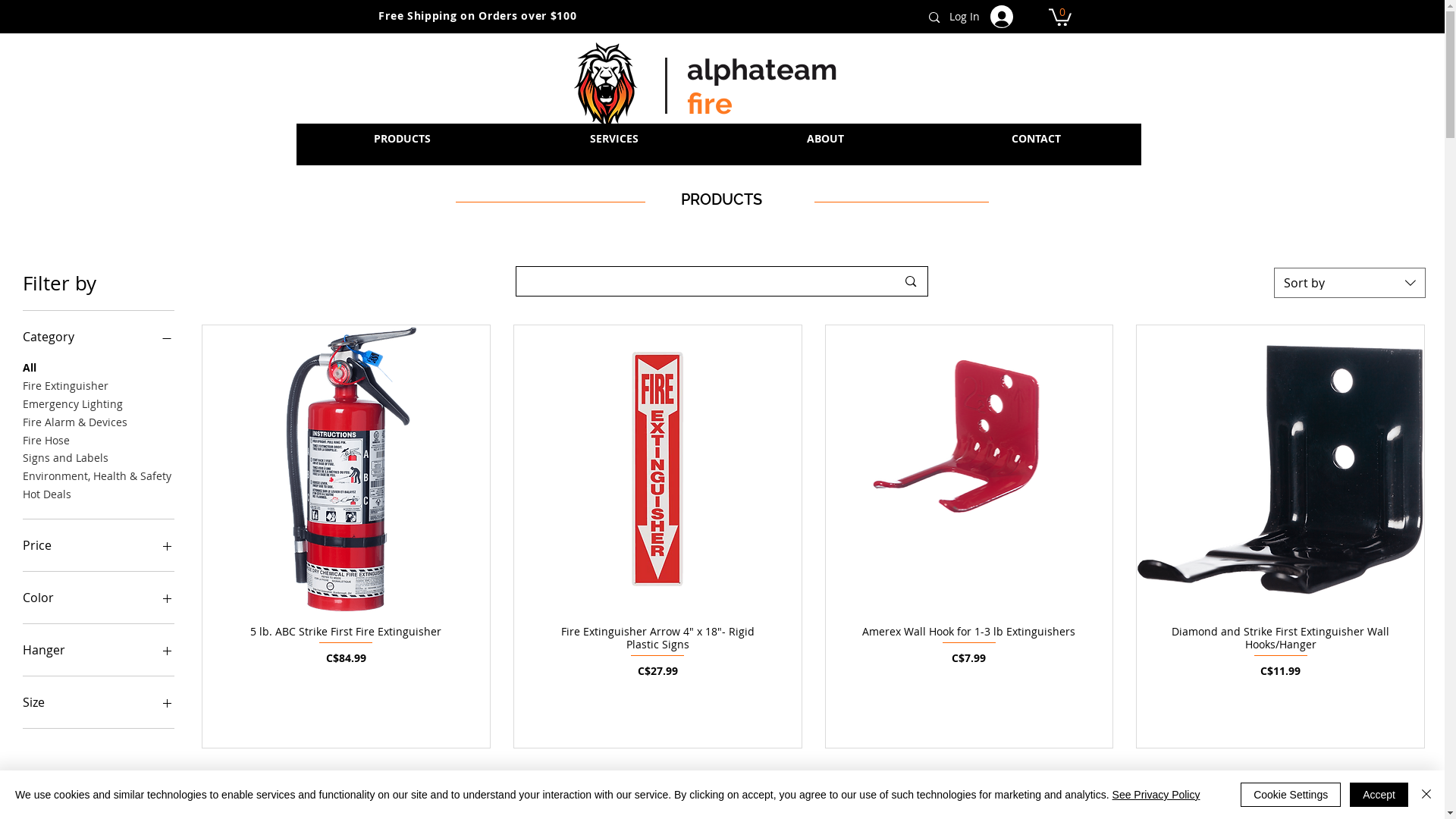 Image resolution: width=1456 pixels, height=819 pixels. Describe the element at coordinates (709, 102) in the screenshot. I see `'fire'` at that location.